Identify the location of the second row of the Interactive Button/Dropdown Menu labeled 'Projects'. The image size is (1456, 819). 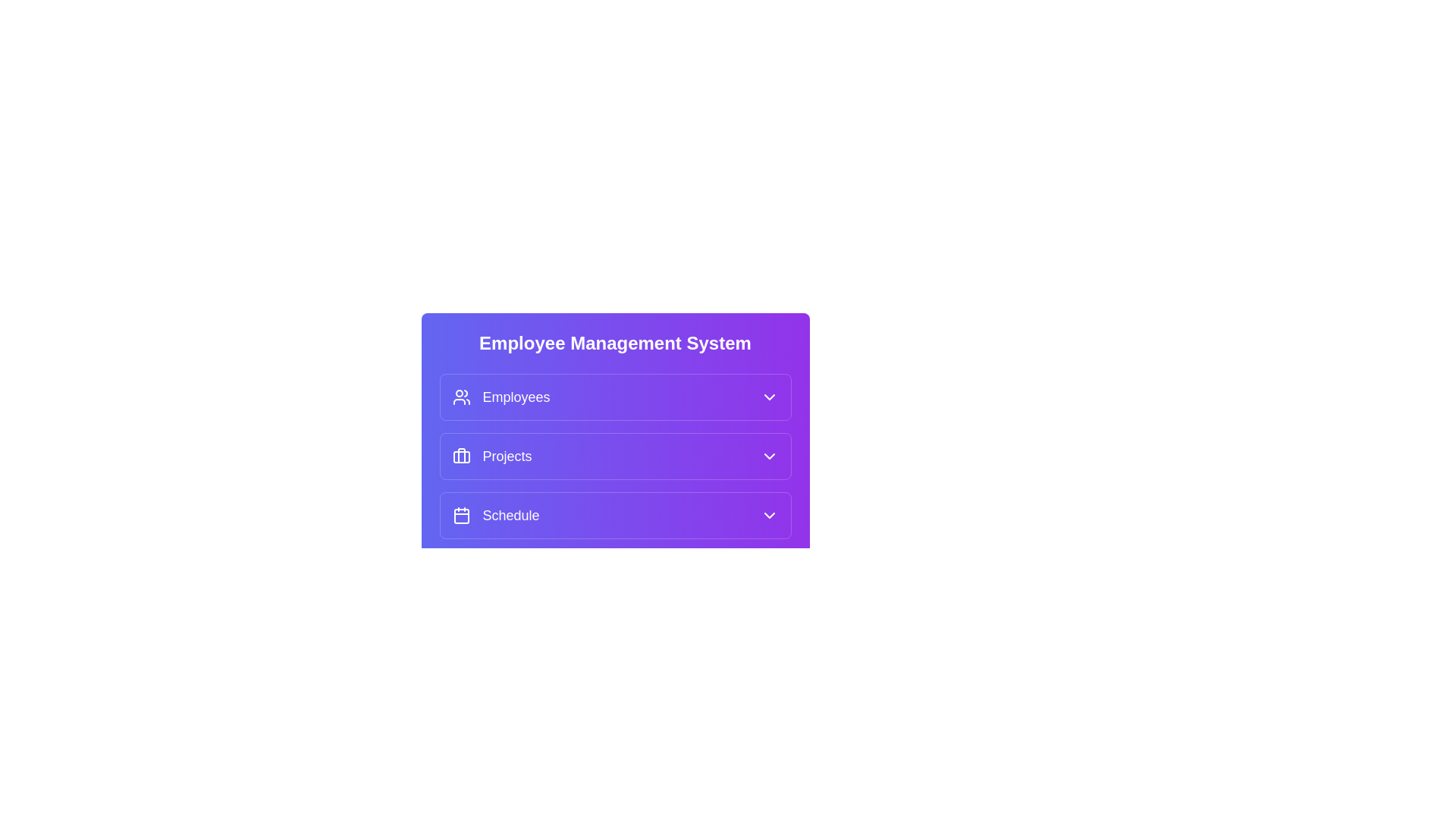
(615, 464).